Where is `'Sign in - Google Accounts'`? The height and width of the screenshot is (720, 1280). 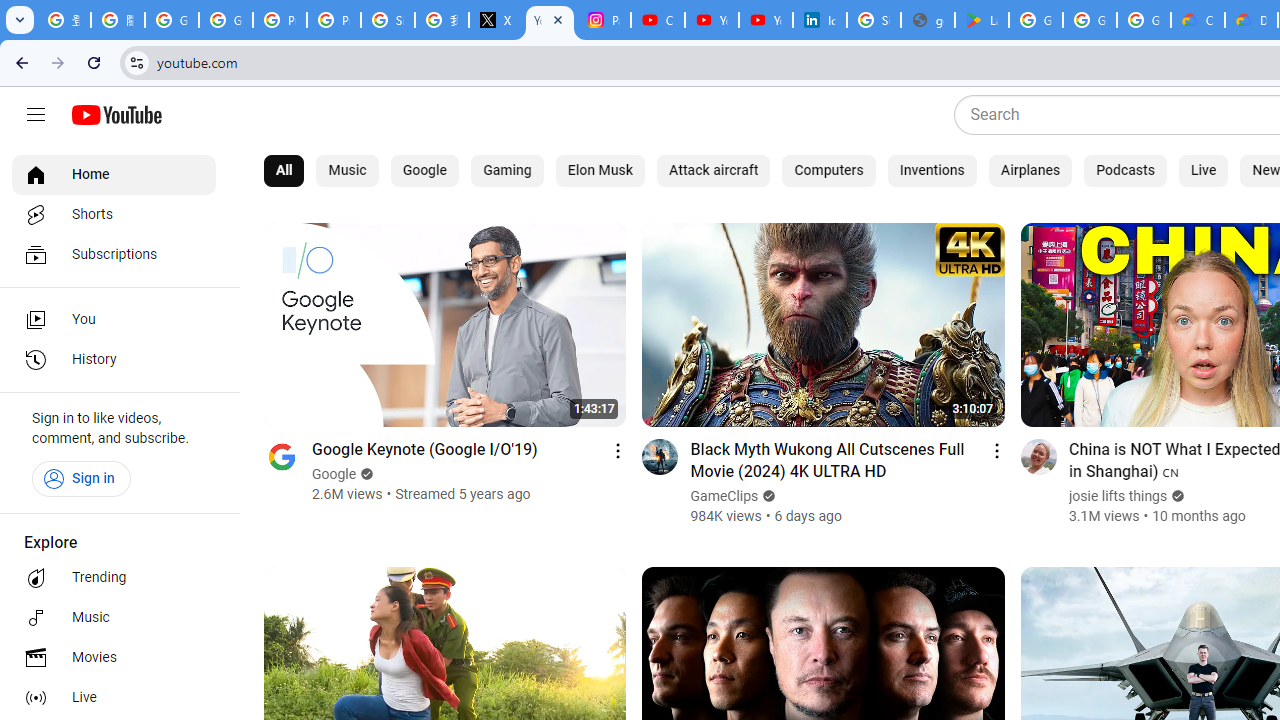 'Sign in - Google Accounts' is located at coordinates (874, 20).